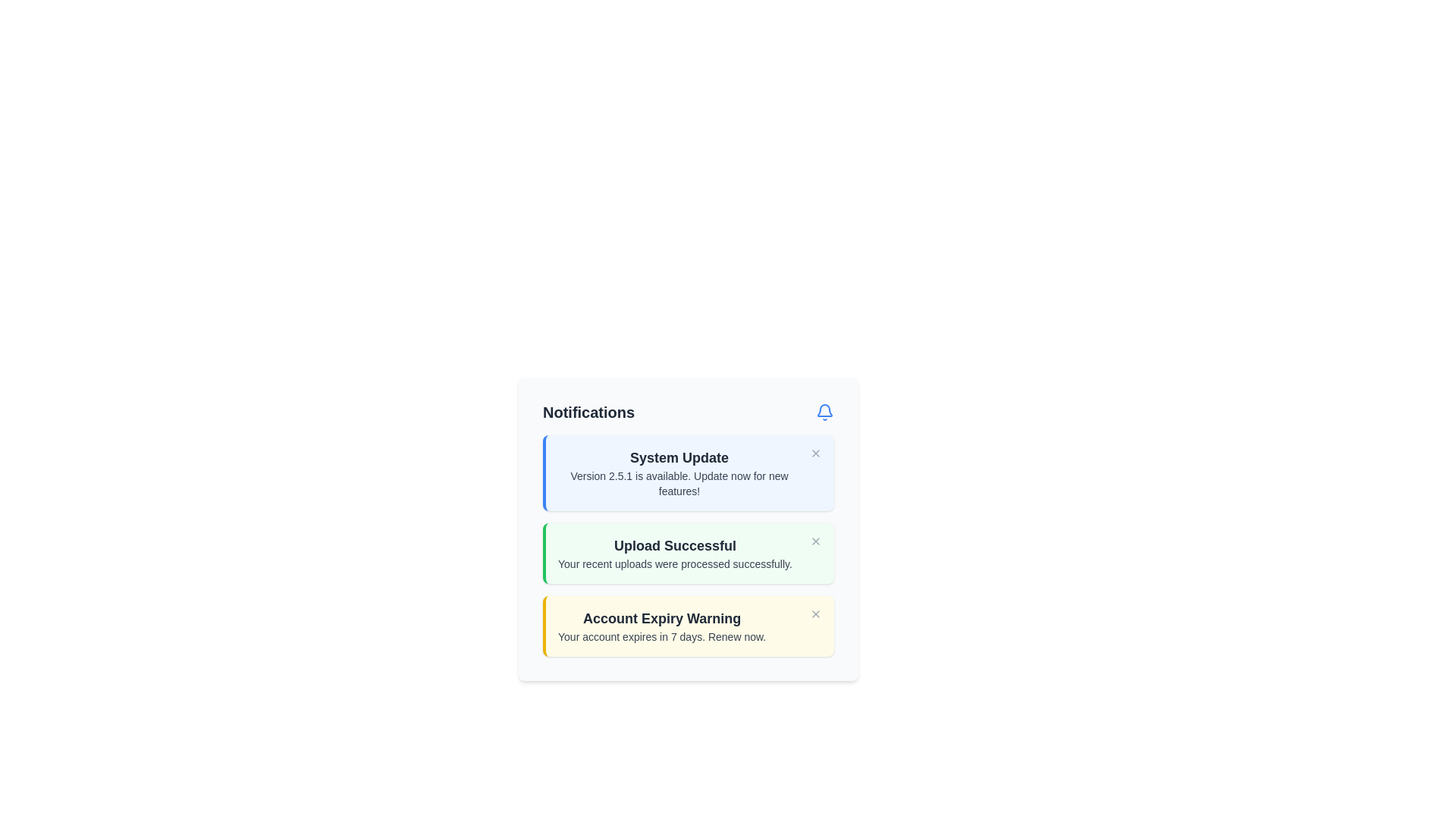 Image resolution: width=1456 pixels, height=819 pixels. Describe the element at coordinates (588, 412) in the screenshot. I see `the heading text element indicating notifications, located in the top-left area before the bell icon` at that location.